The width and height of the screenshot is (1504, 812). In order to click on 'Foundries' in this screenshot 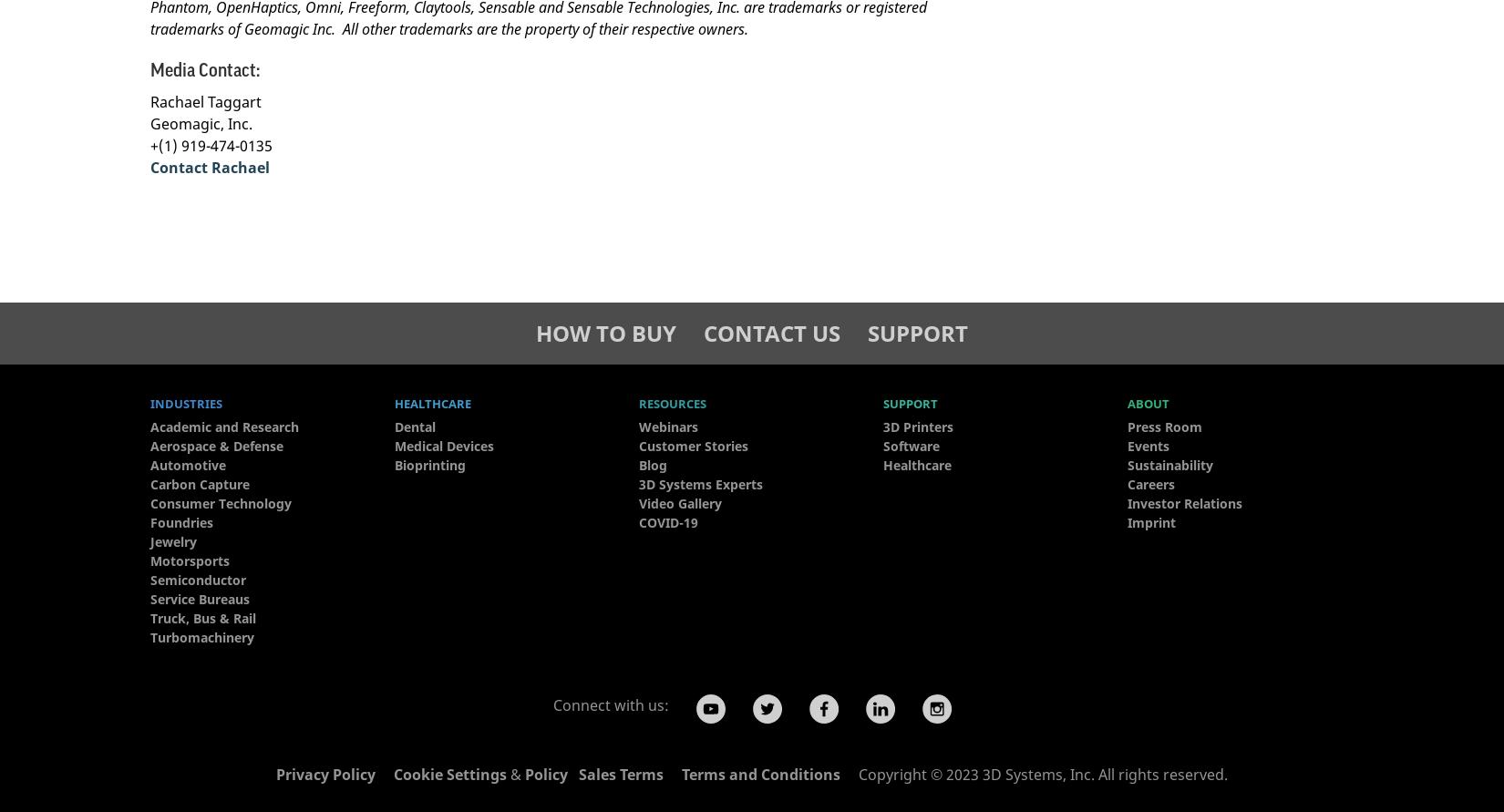, I will do `click(181, 521)`.